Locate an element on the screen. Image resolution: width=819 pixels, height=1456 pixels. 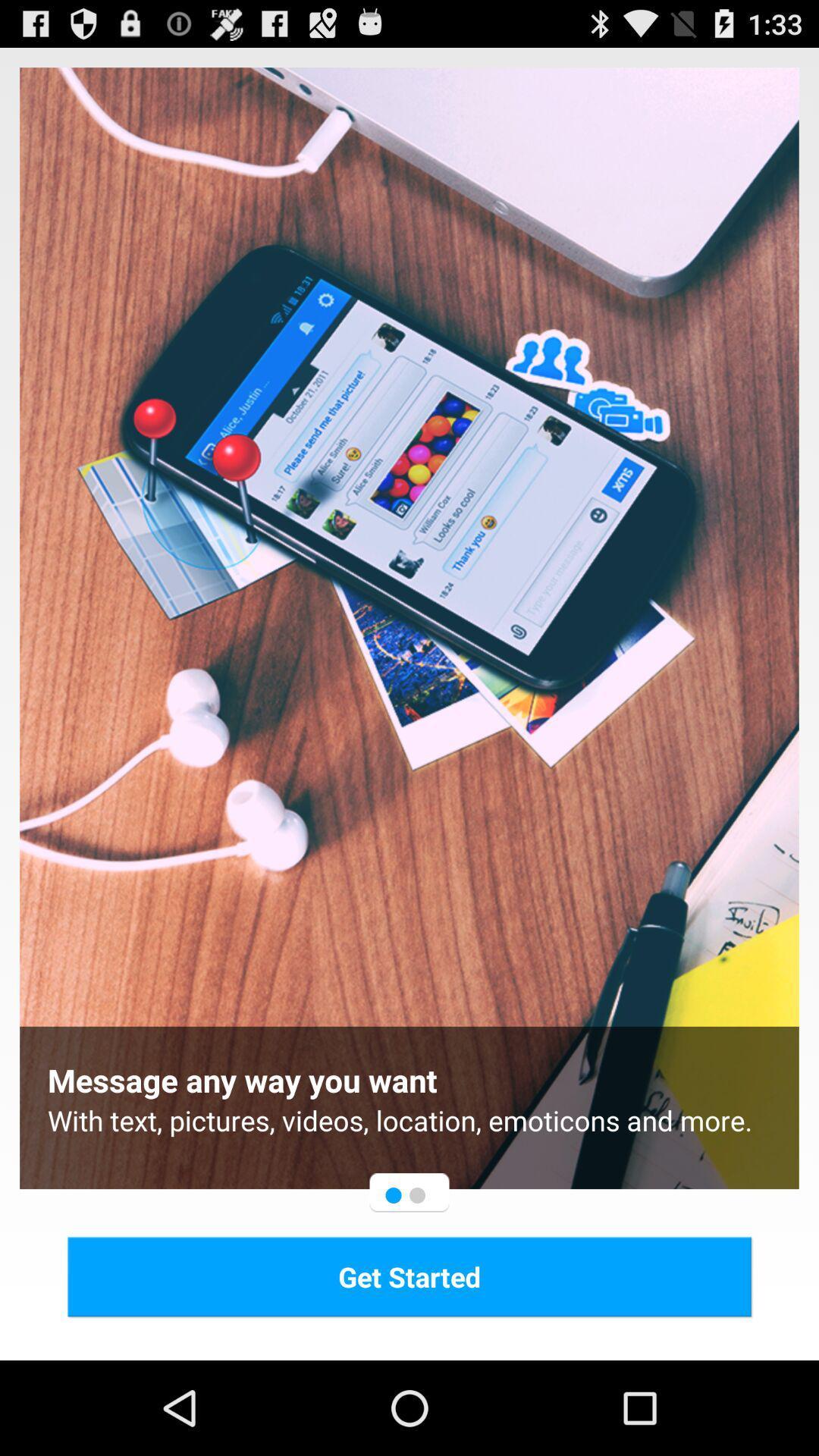
the get started item is located at coordinates (409, 1276).